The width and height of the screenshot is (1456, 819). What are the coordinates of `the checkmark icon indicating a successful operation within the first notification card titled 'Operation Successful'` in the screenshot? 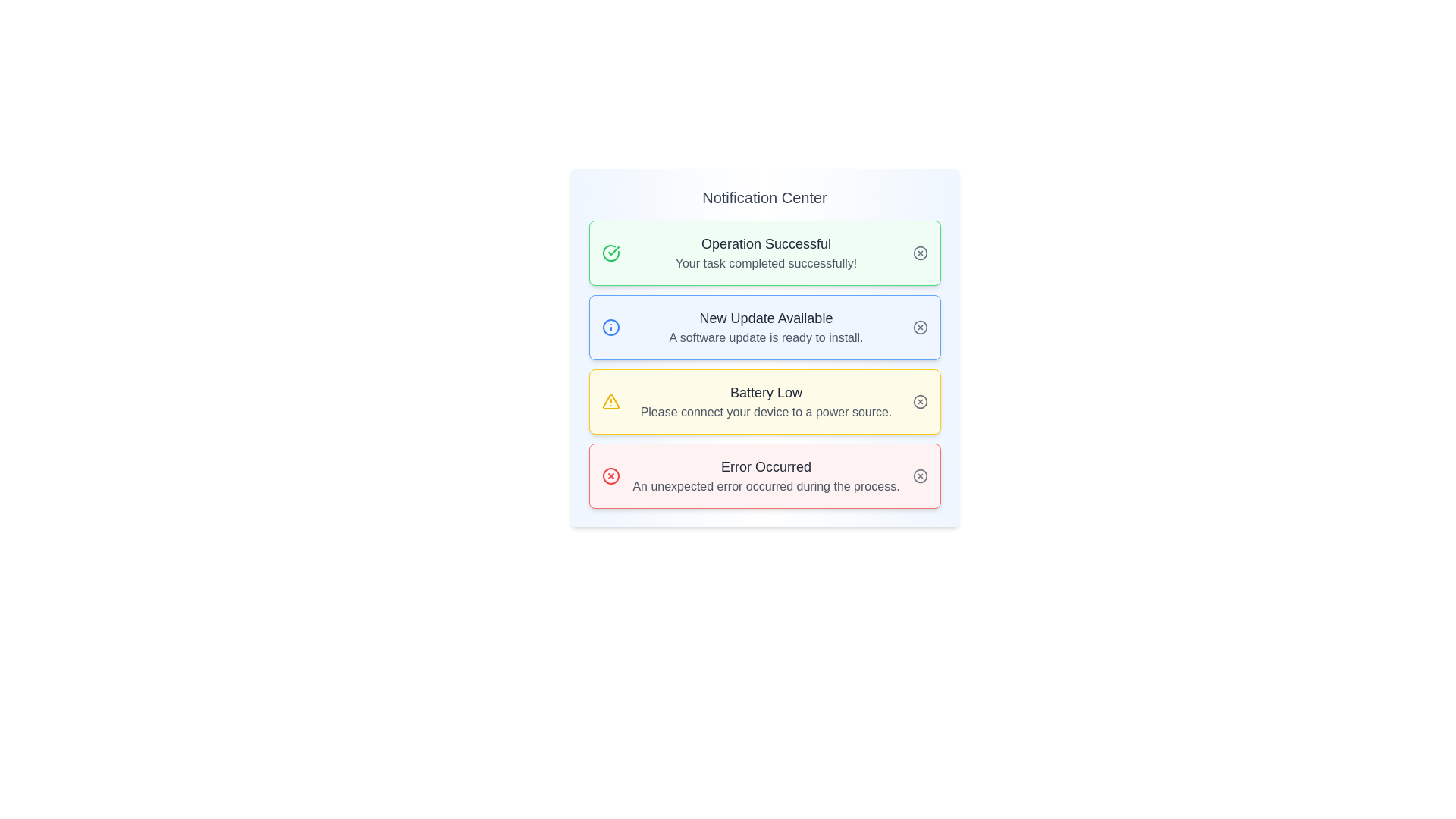 It's located at (613, 250).